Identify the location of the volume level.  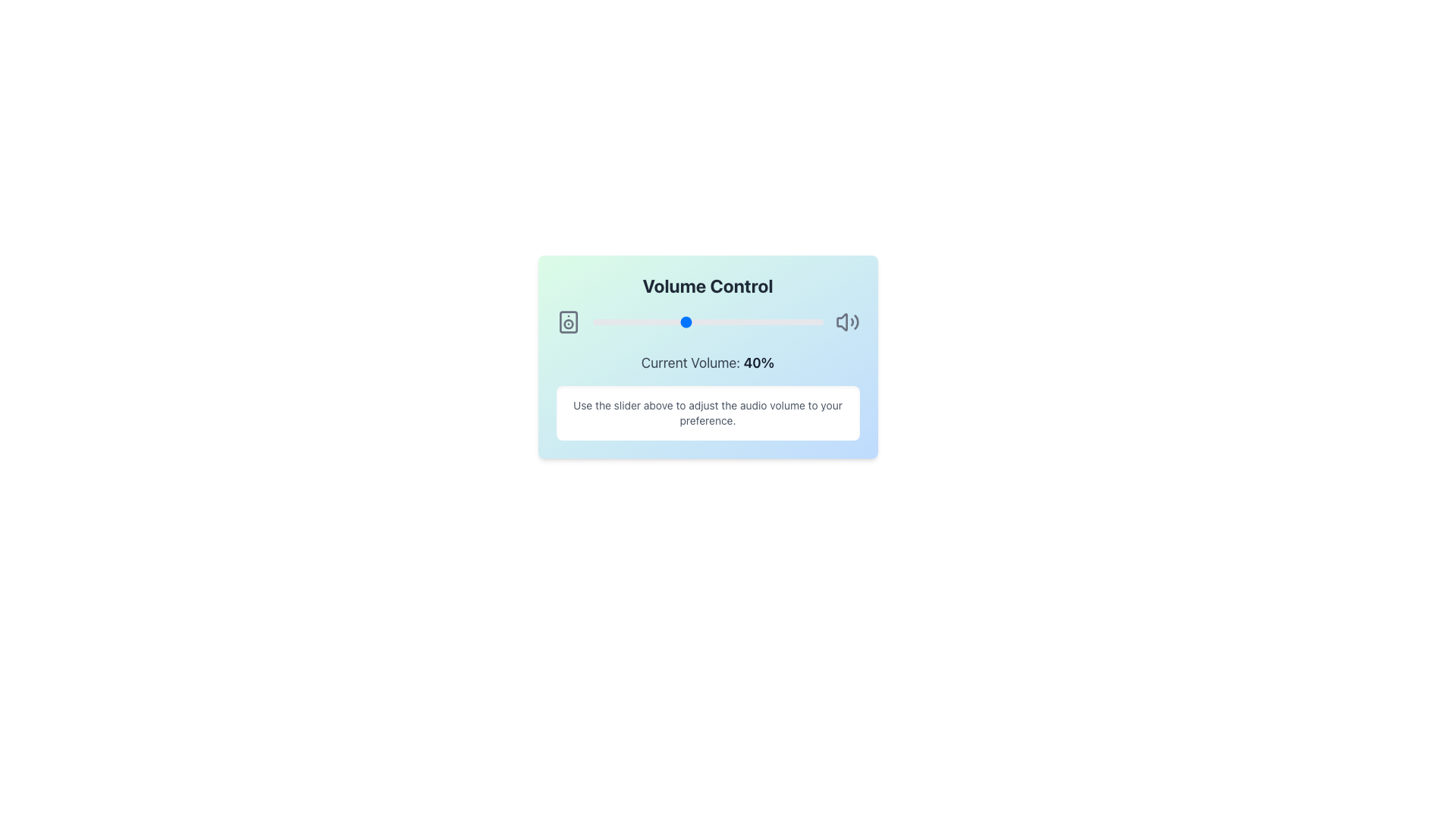
(786, 321).